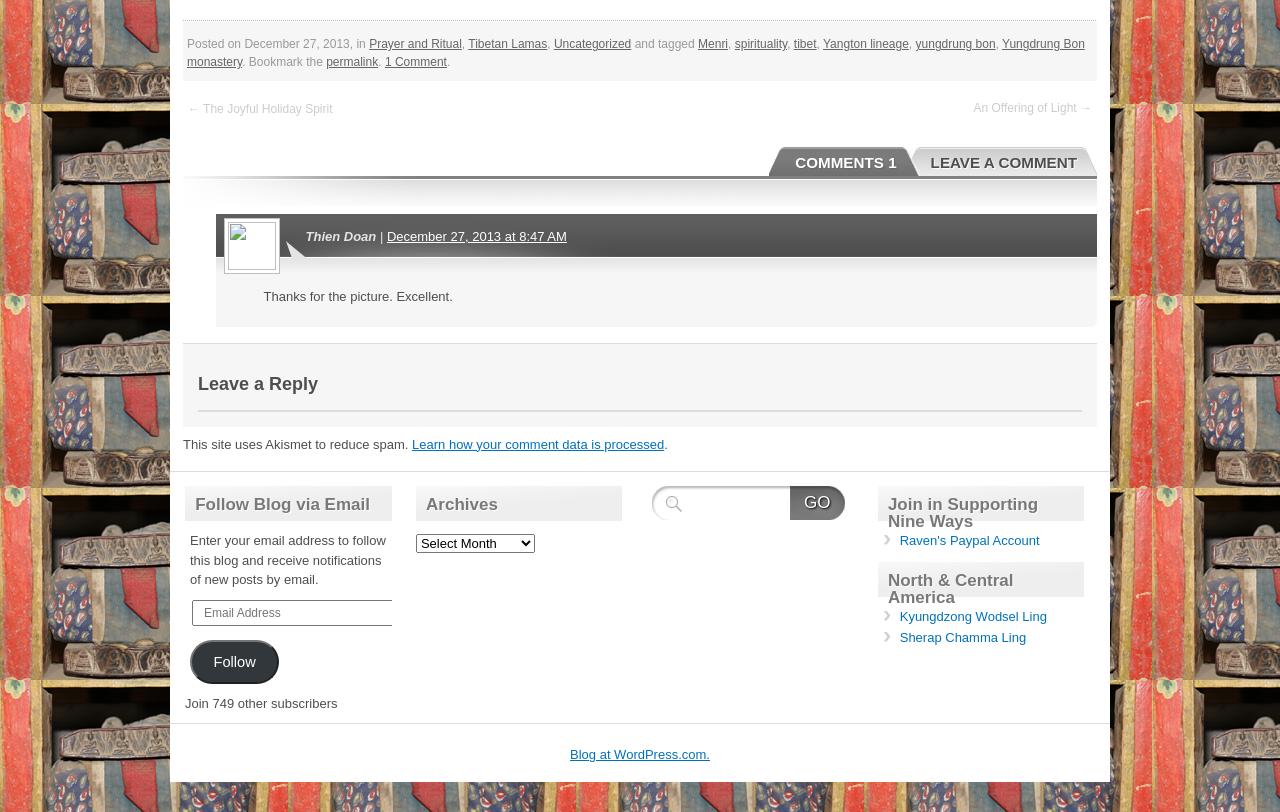  Describe the element at coordinates (954, 44) in the screenshot. I see `'yungdrung bon'` at that location.